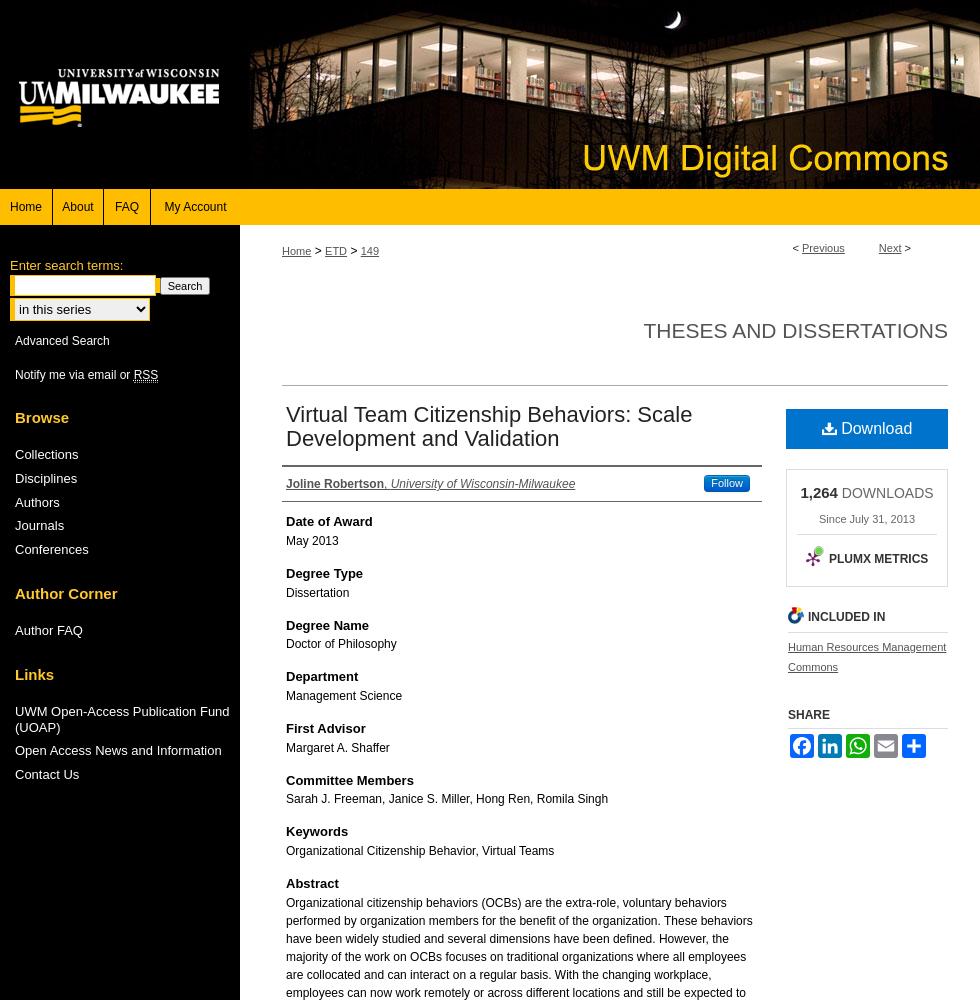 Image resolution: width=980 pixels, height=1000 pixels. Describe the element at coordinates (42, 417) in the screenshot. I see `'Browse'` at that location.